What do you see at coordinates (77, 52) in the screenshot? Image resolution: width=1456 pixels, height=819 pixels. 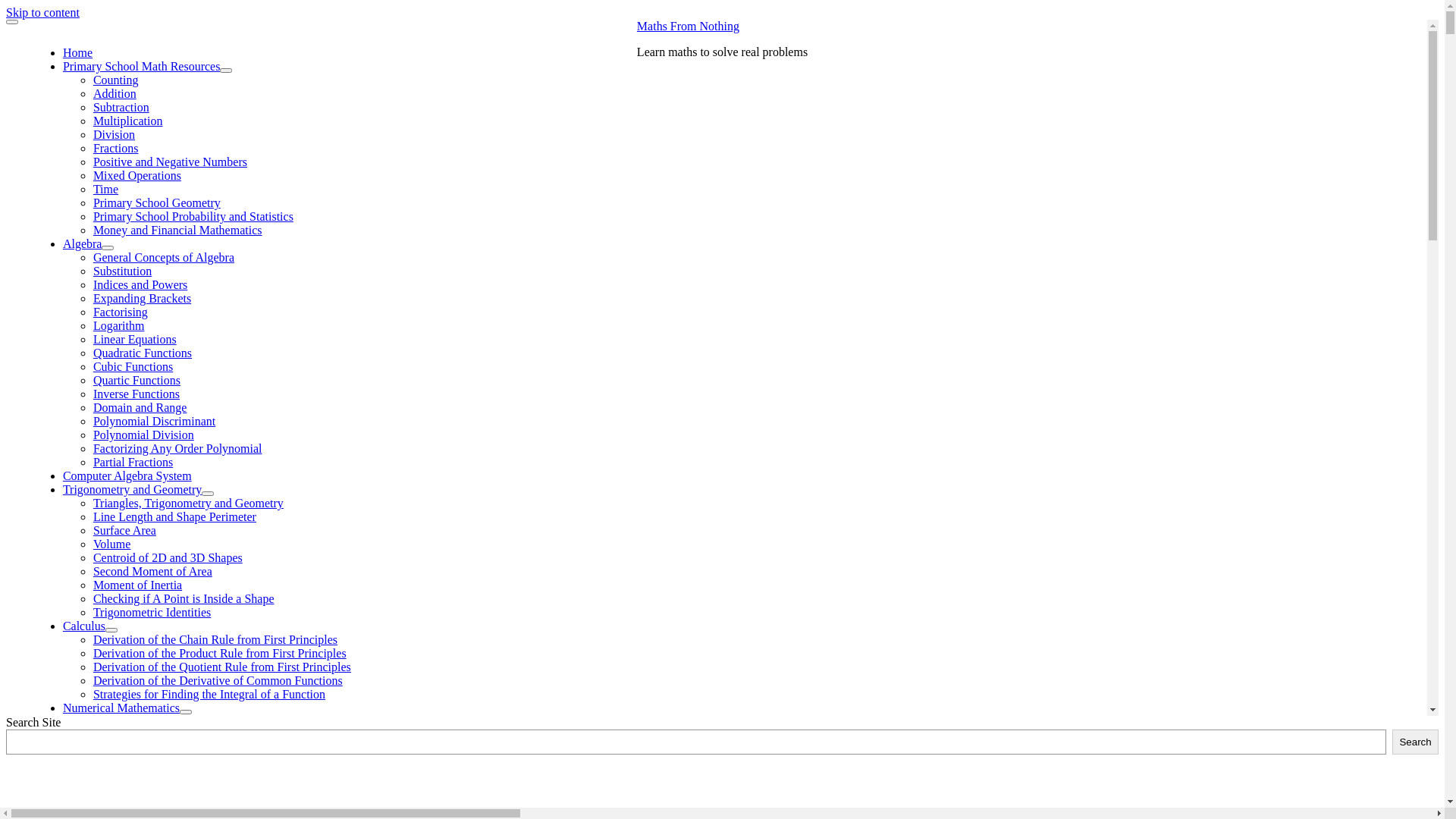 I see `'Home'` at bounding box center [77, 52].